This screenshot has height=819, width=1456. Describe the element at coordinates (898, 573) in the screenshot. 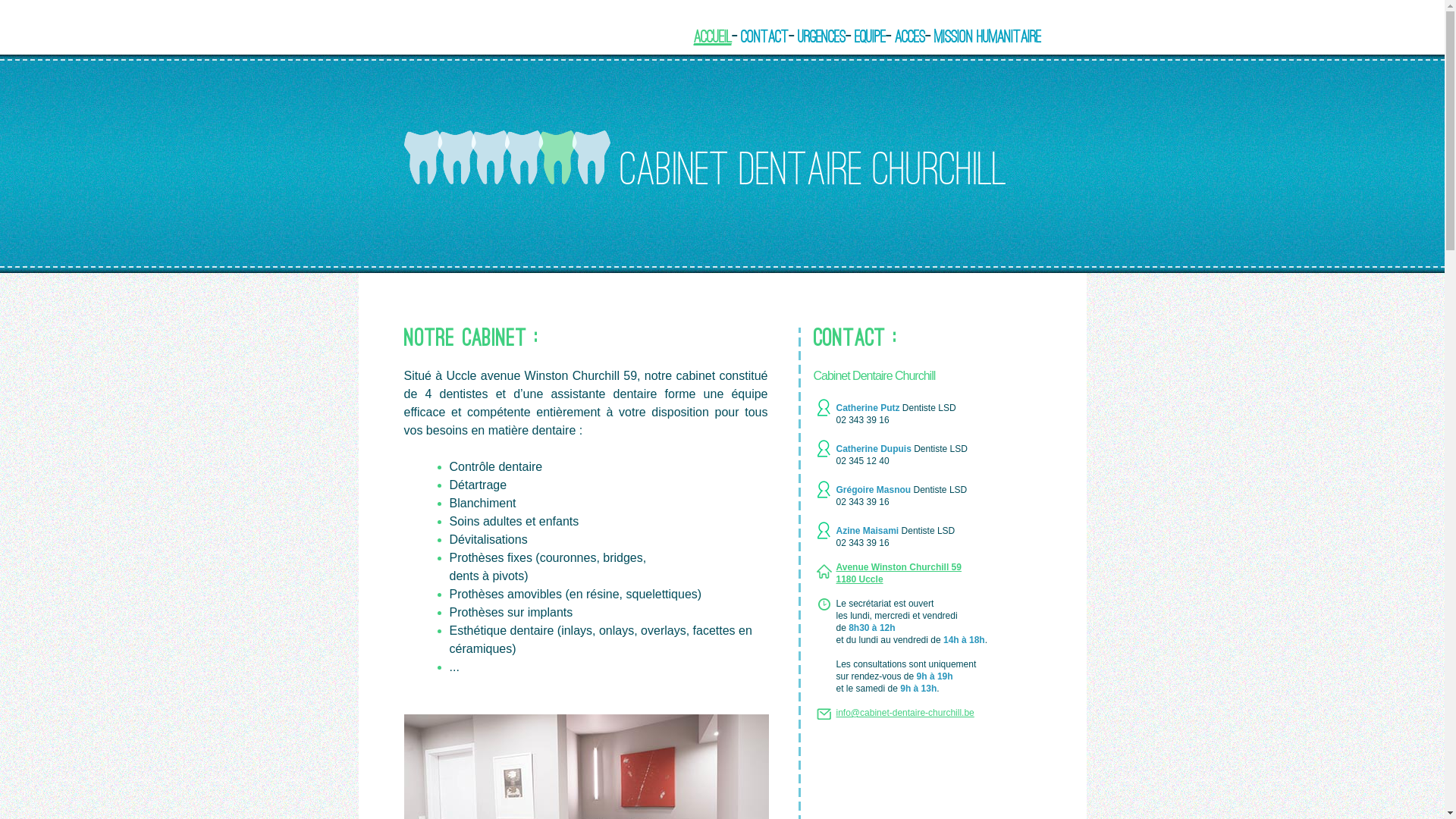

I see `'Avenue Winston Churchill 59` at that location.